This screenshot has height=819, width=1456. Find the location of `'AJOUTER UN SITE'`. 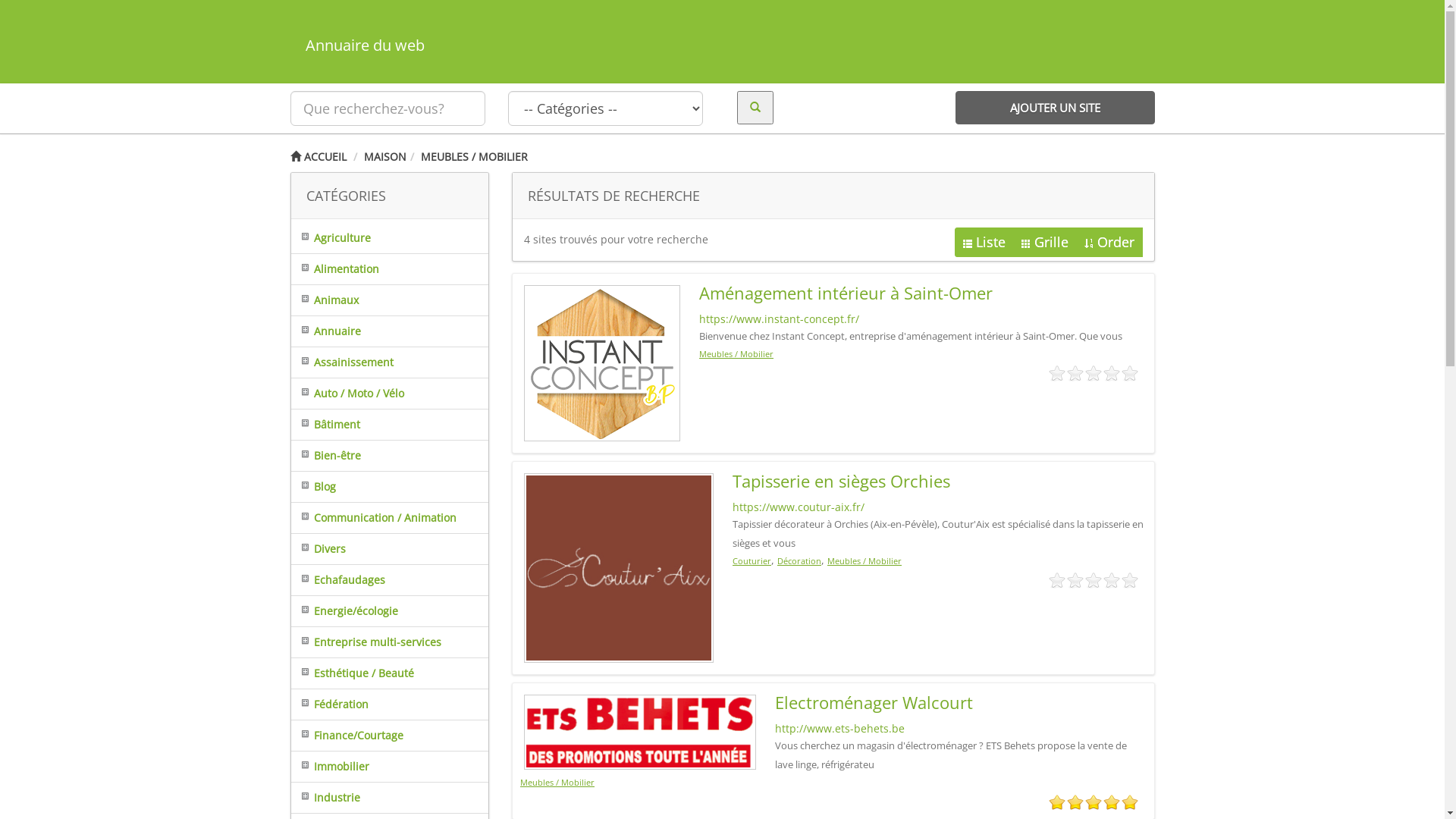

'AJOUTER UN SITE' is located at coordinates (1054, 107).